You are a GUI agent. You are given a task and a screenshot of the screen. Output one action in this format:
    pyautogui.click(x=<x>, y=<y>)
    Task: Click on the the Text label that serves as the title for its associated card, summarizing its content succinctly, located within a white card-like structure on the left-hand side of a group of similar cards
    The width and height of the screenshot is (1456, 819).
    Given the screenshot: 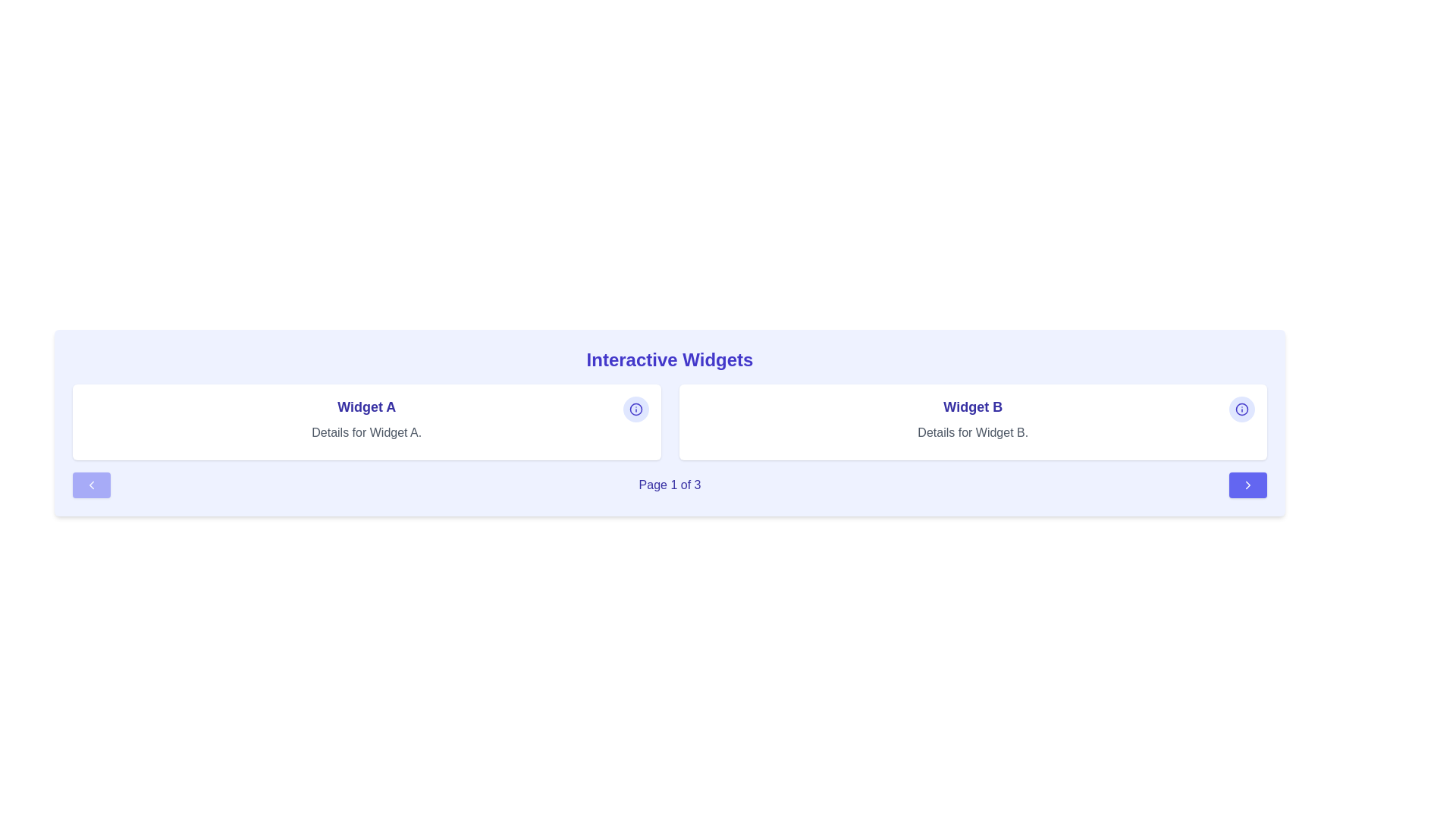 What is the action you would take?
    pyautogui.click(x=366, y=406)
    